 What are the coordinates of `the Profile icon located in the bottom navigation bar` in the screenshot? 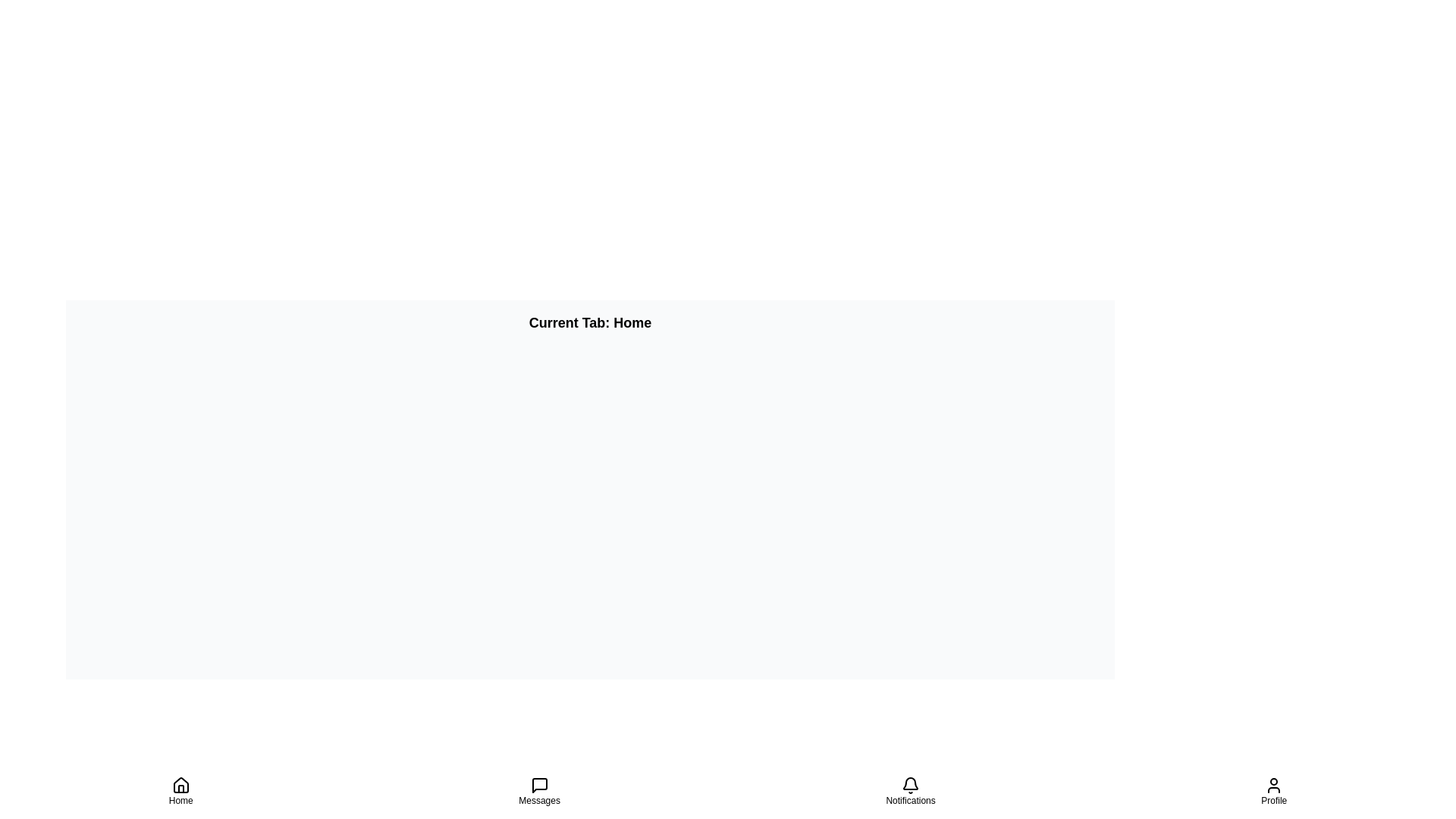 It's located at (1274, 785).